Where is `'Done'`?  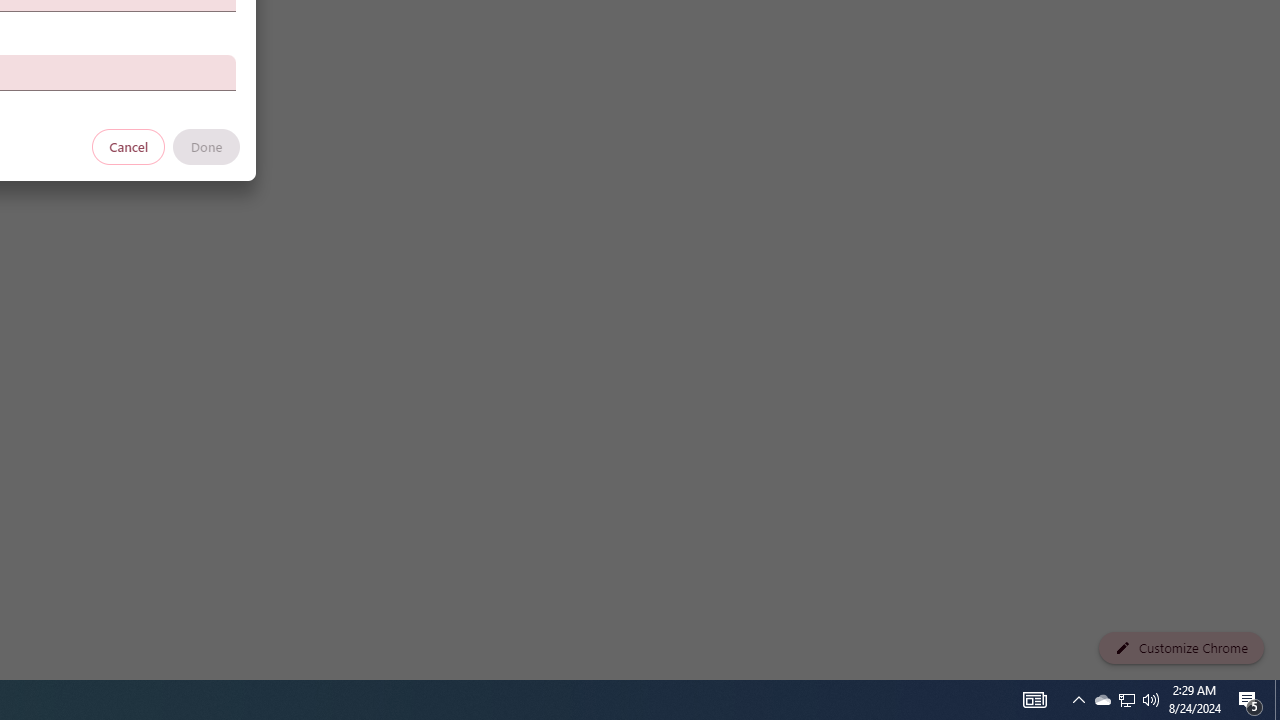
'Done' is located at coordinates (206, 145).